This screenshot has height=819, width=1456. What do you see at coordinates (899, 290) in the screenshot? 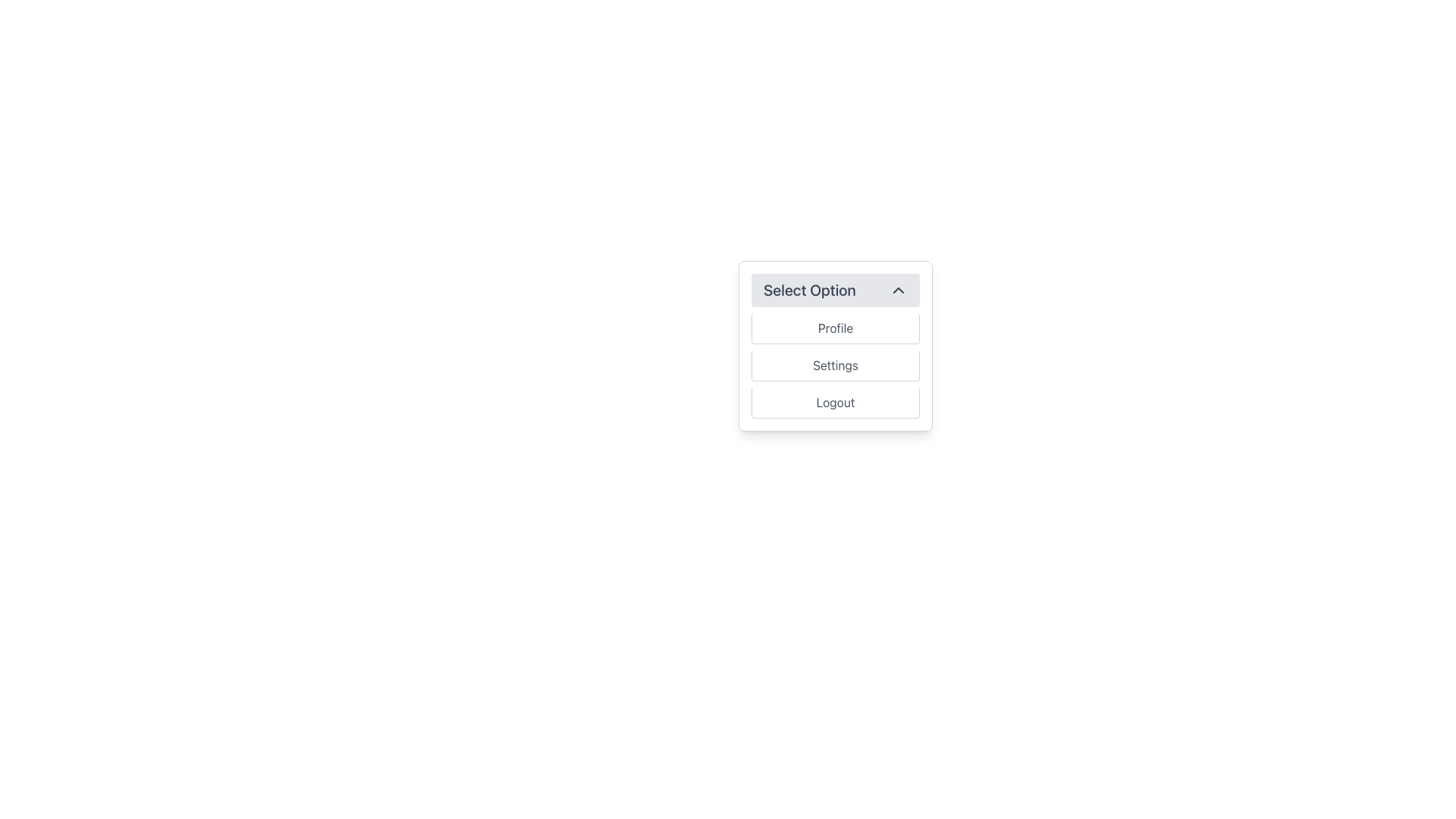
I see `the chevron arrow icon located at the rightmost end of the 'Select Option' button` at bounding box center [899, 290].